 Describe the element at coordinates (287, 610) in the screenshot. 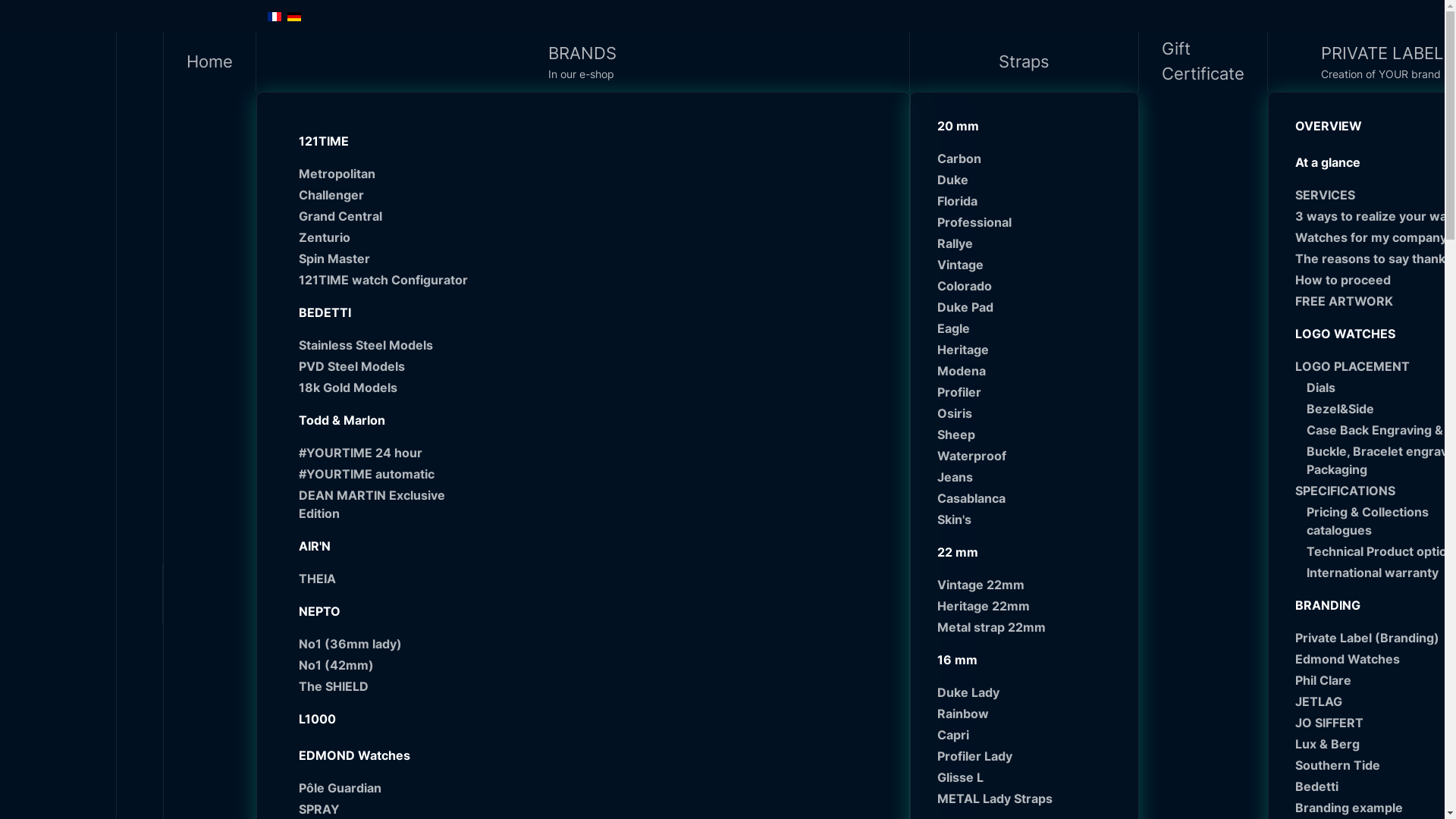

I see `'NEPTO'` at that location.